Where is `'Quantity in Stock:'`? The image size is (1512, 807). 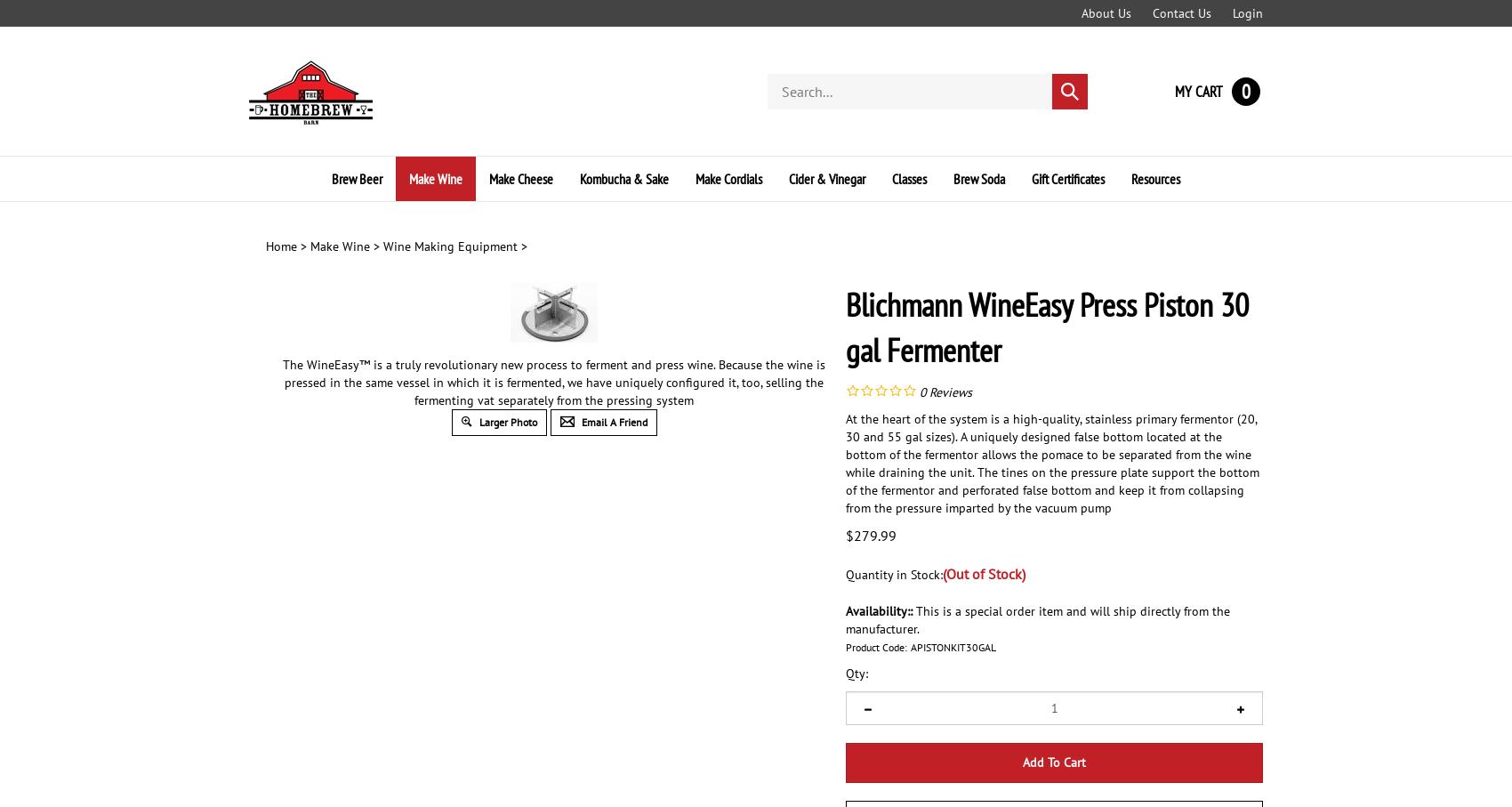 'Quantity in Stock:' is located at coordinates (893, 574).